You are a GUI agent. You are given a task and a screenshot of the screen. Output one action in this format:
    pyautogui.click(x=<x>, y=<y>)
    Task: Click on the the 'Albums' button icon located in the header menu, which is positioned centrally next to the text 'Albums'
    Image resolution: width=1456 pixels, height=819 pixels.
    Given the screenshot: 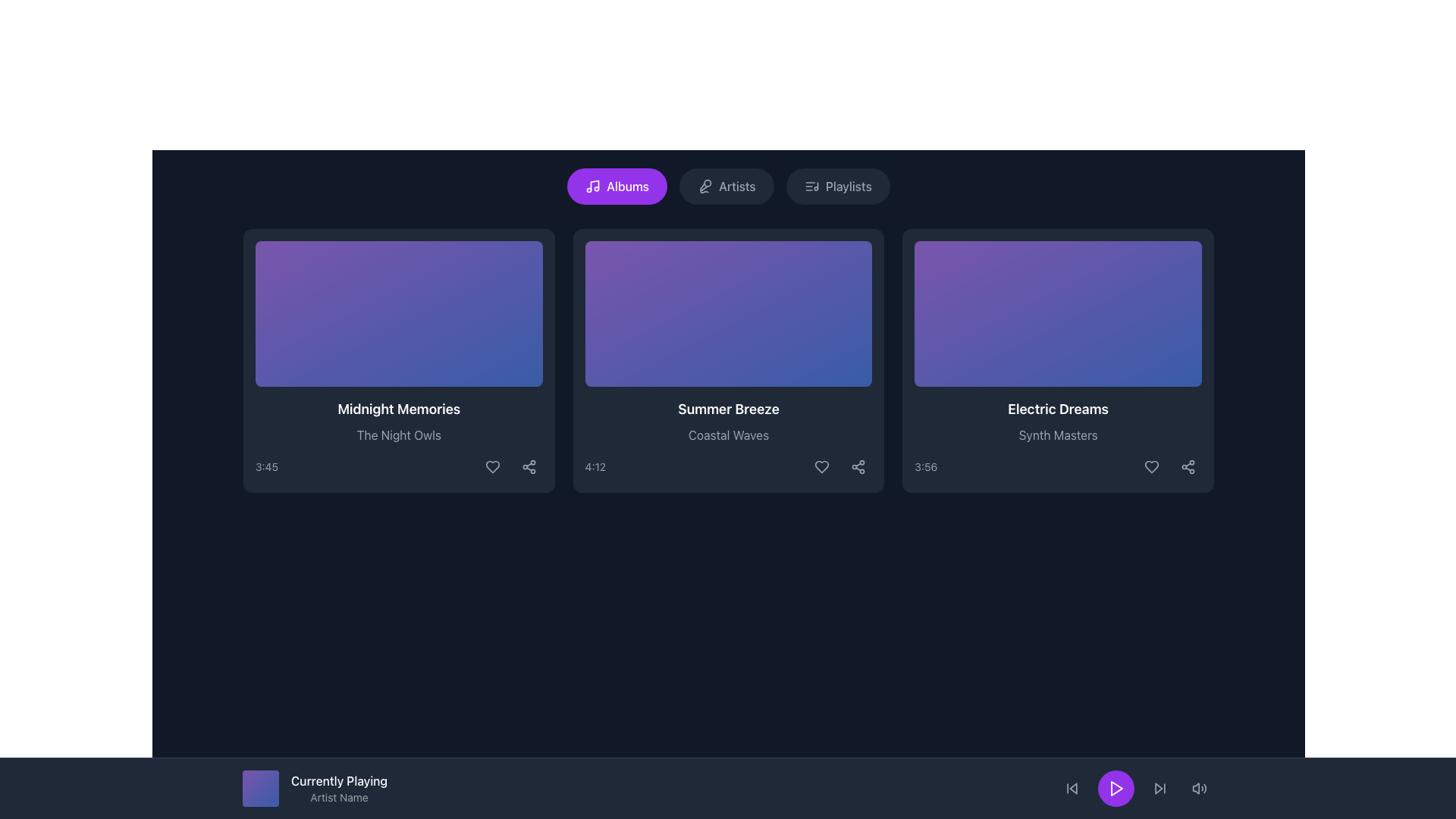 What is the action you would take?
    pyautogui.click(x=592, y=186)
    